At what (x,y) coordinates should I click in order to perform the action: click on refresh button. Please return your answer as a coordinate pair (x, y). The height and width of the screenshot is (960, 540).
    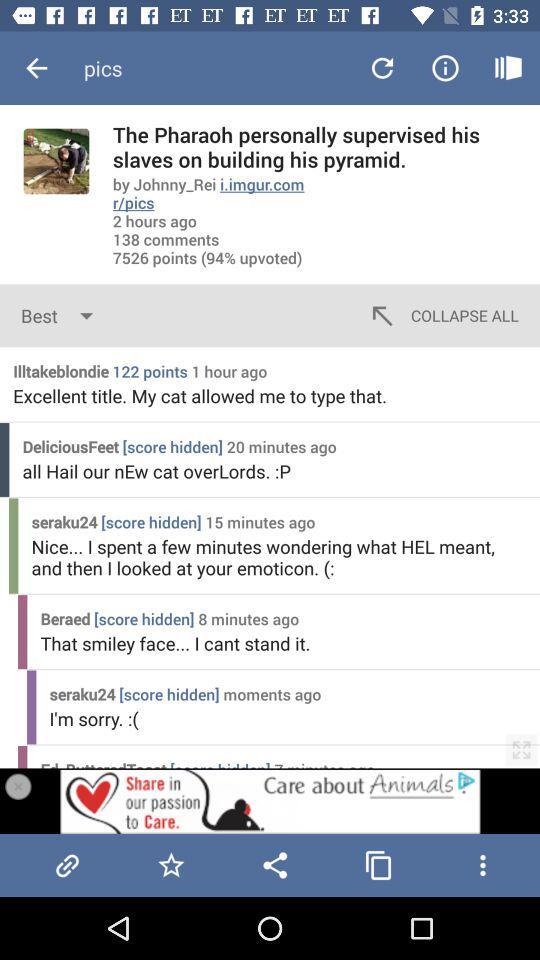
    Looking at the image, I should click on (382, 68).